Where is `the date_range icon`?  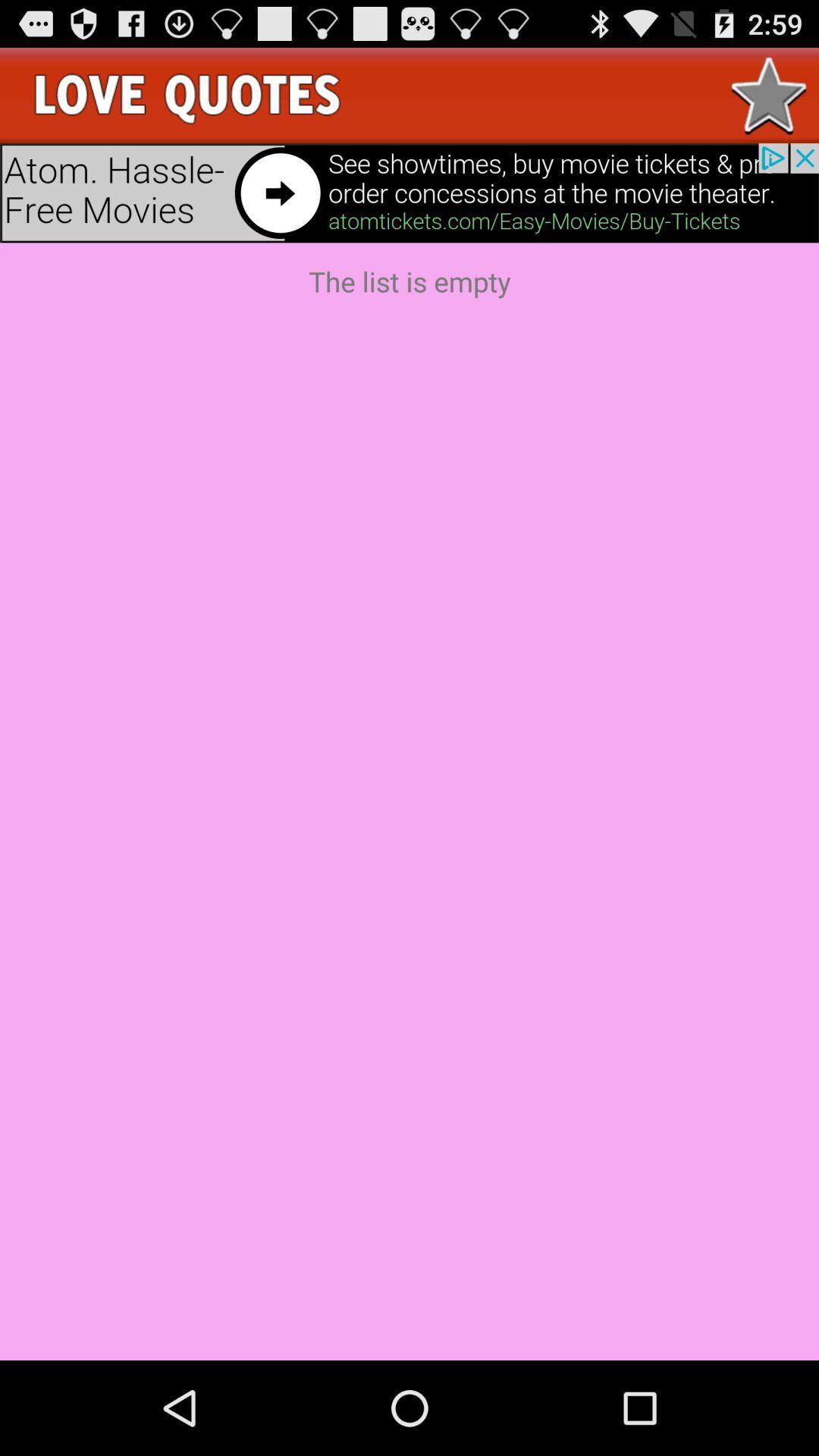
the date_range icon is located at coordinates (188, 101).